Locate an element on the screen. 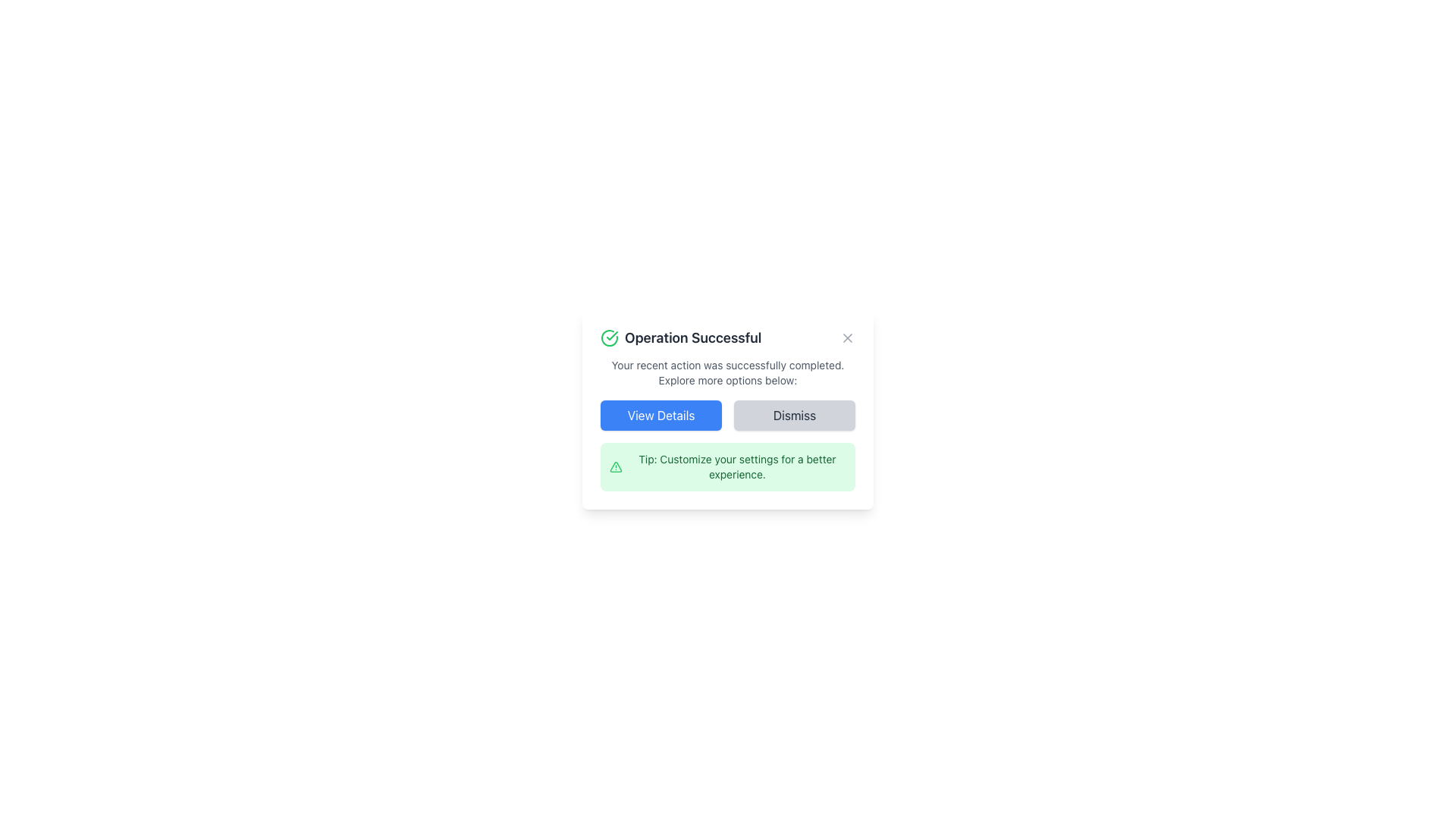 This screenshot has height=819, width=1456. the success confirmation icon located at the top-left side of the confirmation card, above the label 'Operation Successful' is located at coordinates (610, 337).